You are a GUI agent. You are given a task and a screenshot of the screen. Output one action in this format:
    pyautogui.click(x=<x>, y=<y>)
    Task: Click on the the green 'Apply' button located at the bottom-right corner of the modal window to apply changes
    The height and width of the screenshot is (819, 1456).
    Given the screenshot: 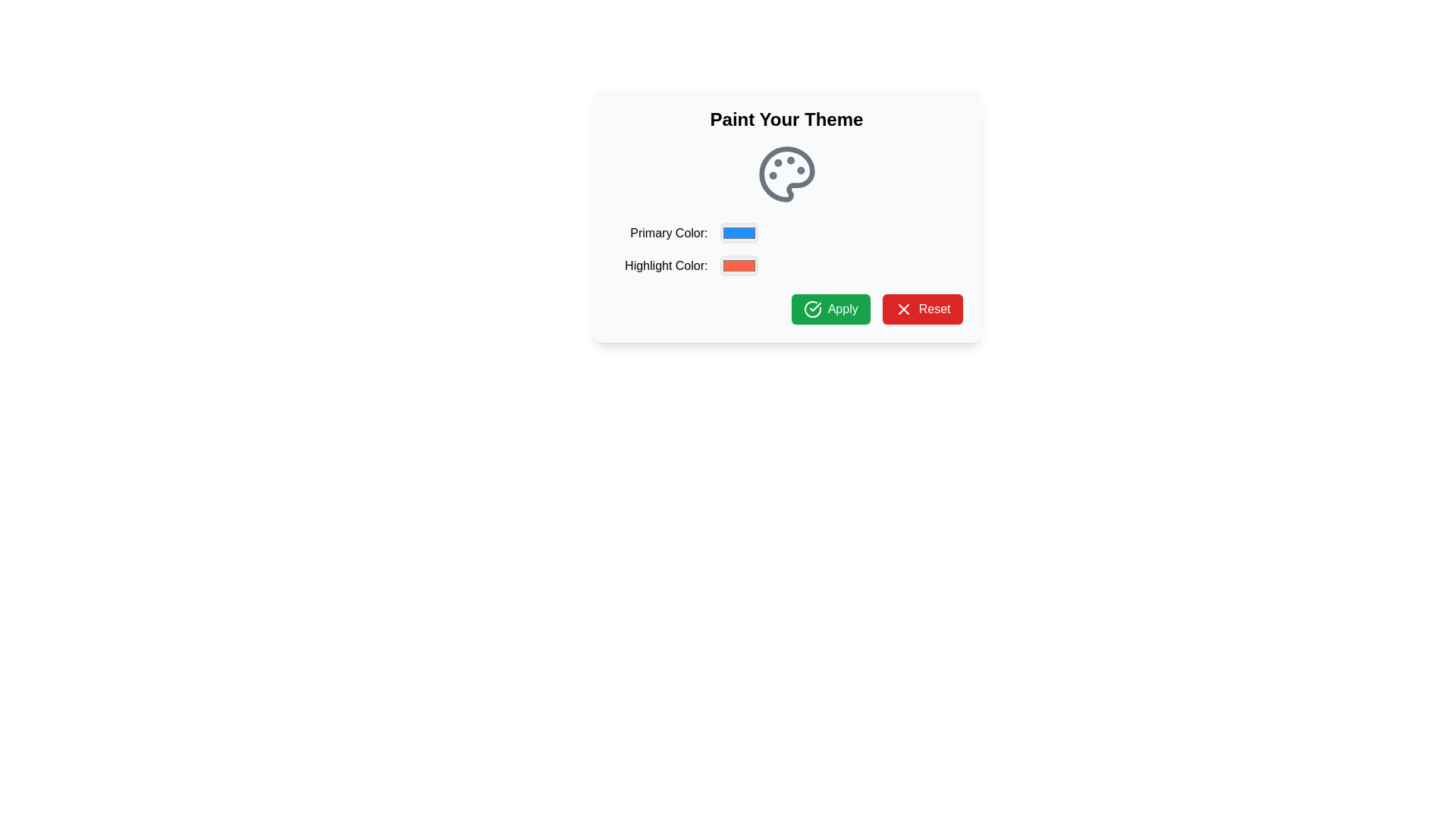 What is the action you would take?
    pyautogui.click(x=830, y=309)
    